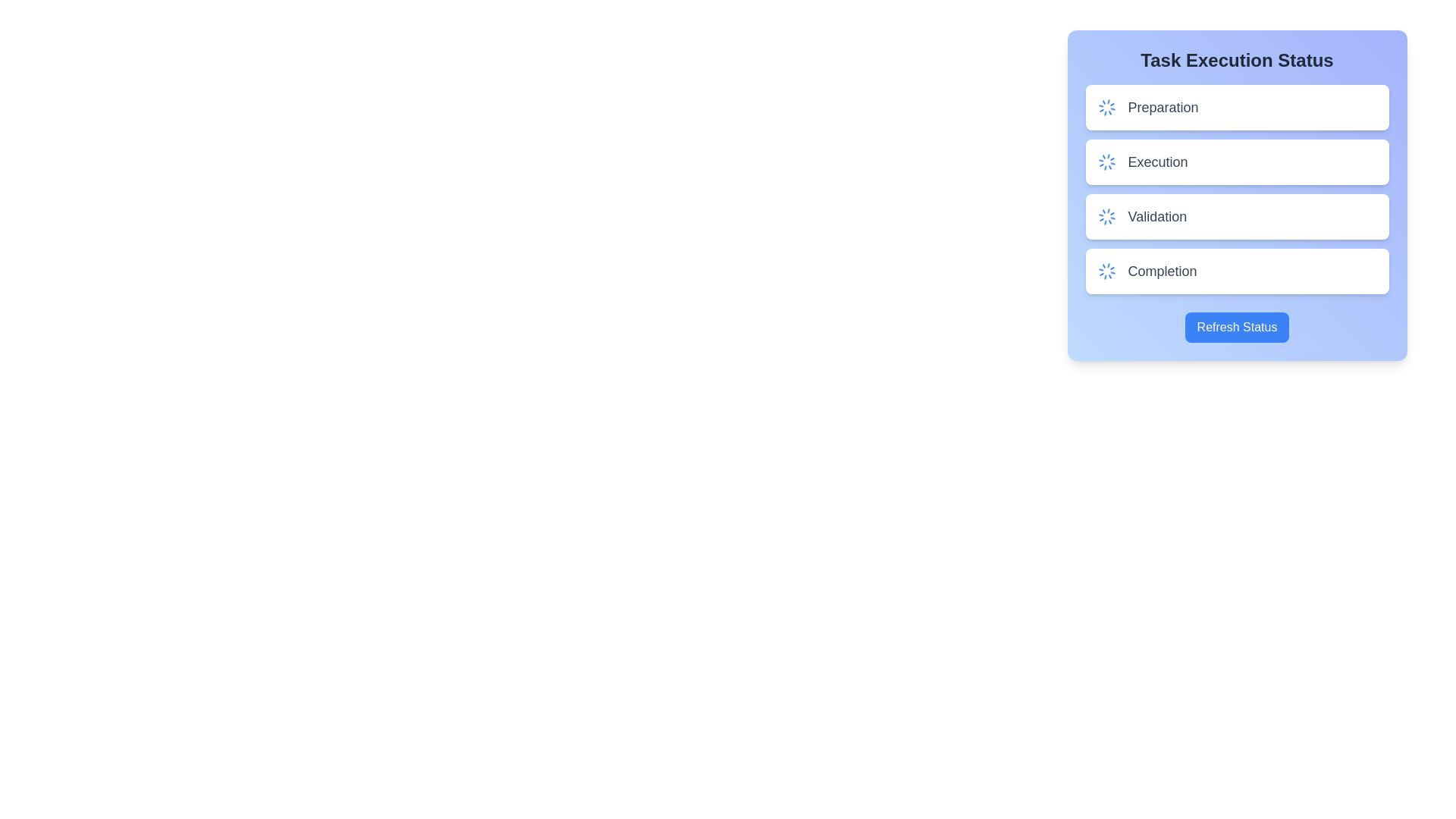  What do you see at coordinates (1237, 327) in the screenshot?
I see `the refresh button located at the bottom of the 'Task Execution Status' panel to change its shade` at bounding box center [1237, 327].